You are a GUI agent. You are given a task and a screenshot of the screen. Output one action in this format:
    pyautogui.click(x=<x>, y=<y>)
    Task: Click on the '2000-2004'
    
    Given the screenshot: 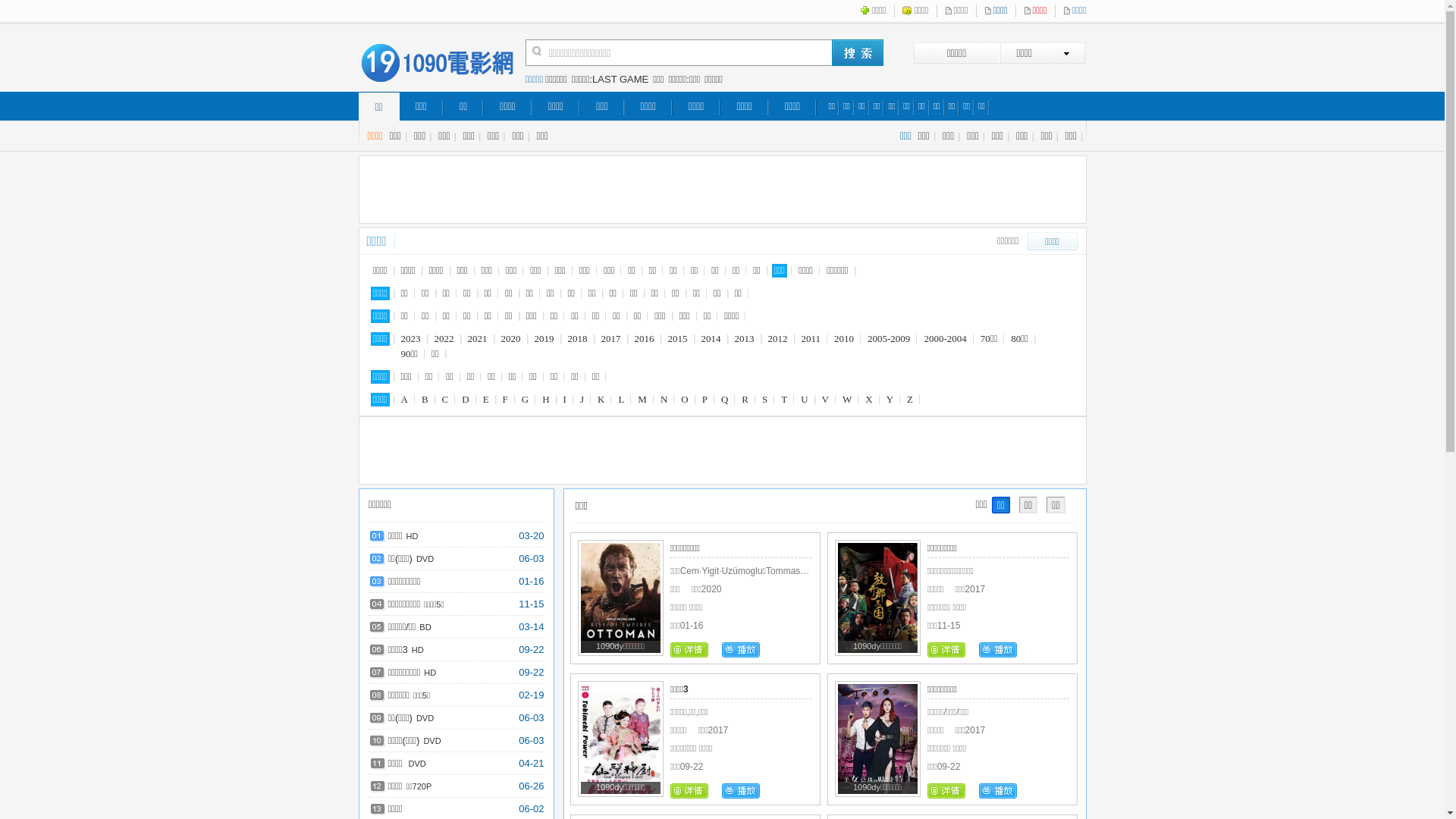 What is the action you would take?
    pyautogui.click(x=944, y=338)
    